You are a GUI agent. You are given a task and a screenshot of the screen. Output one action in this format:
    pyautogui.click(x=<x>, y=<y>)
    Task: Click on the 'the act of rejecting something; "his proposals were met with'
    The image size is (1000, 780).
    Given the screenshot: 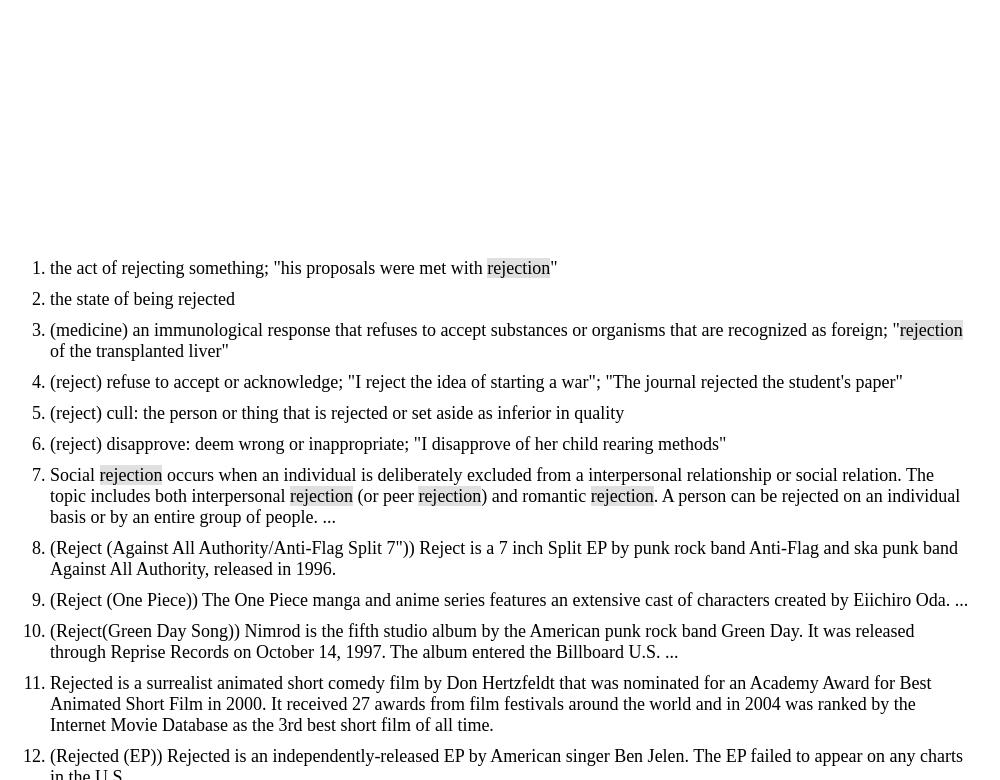 What is the action you would take?
    pyautogui.click(x=268, y=268)
    